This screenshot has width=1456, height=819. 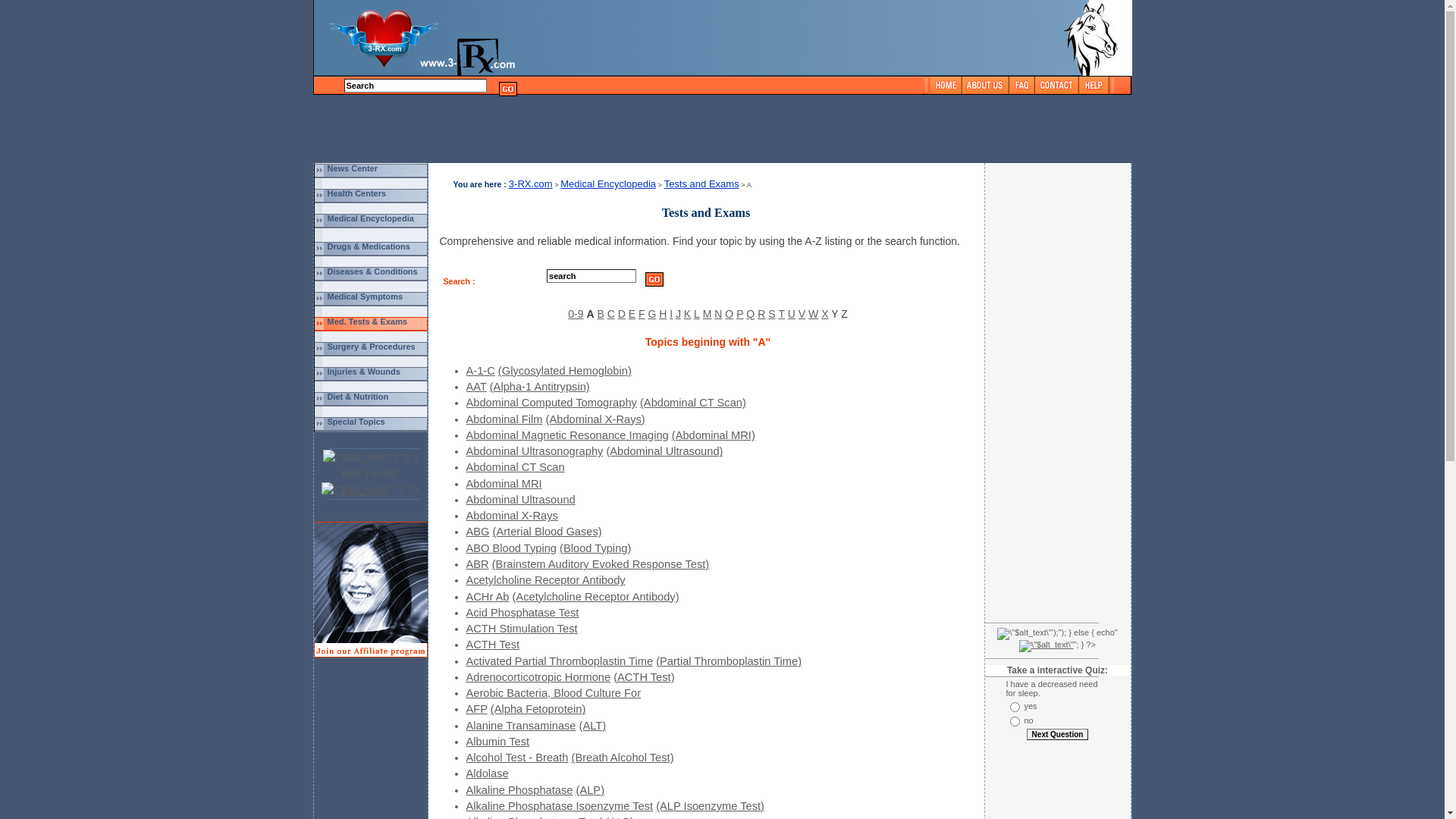 I want to click on 'Next Question', so click(x=1057, y=733).